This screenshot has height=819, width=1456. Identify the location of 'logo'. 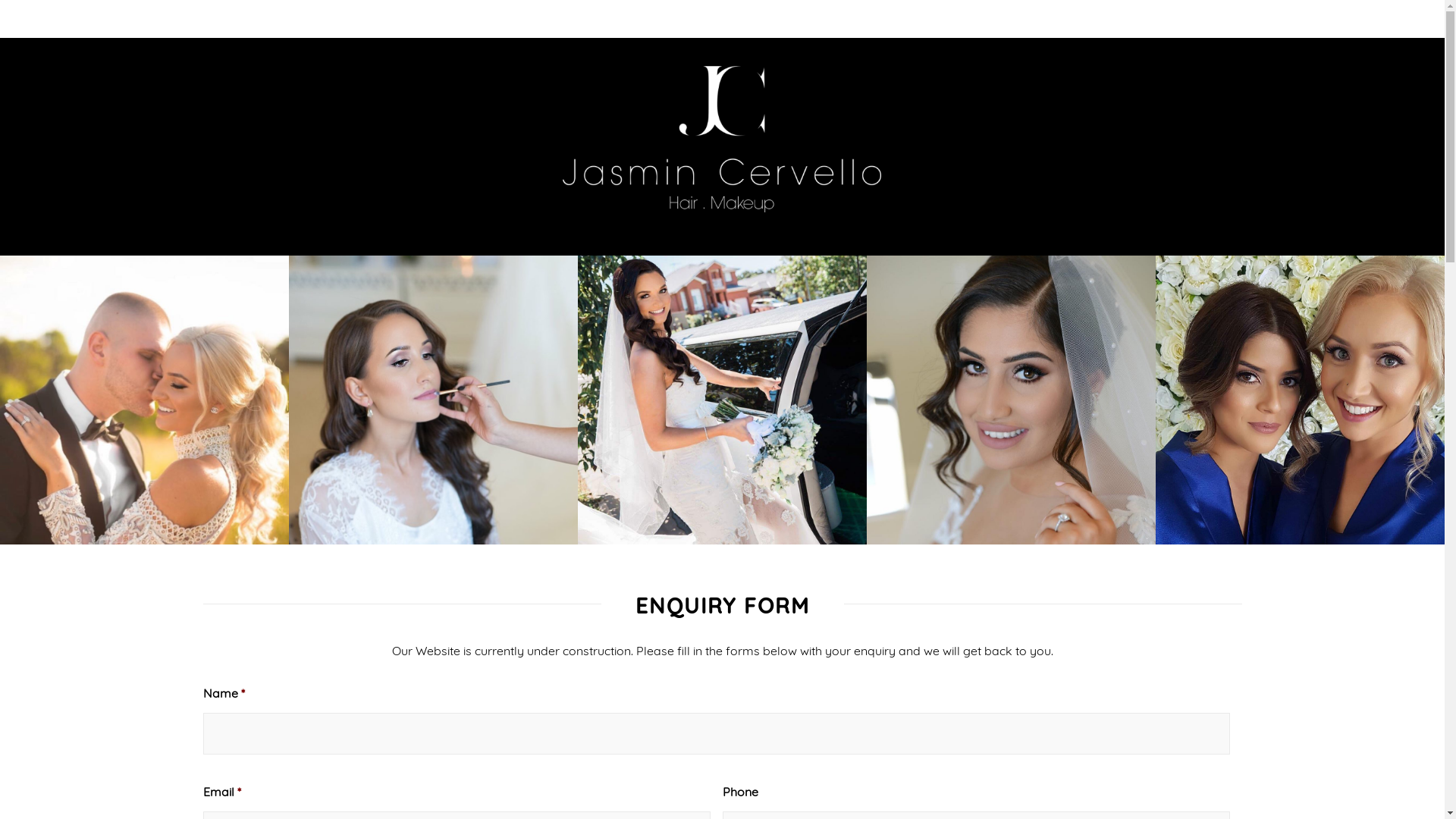
(720, 139).